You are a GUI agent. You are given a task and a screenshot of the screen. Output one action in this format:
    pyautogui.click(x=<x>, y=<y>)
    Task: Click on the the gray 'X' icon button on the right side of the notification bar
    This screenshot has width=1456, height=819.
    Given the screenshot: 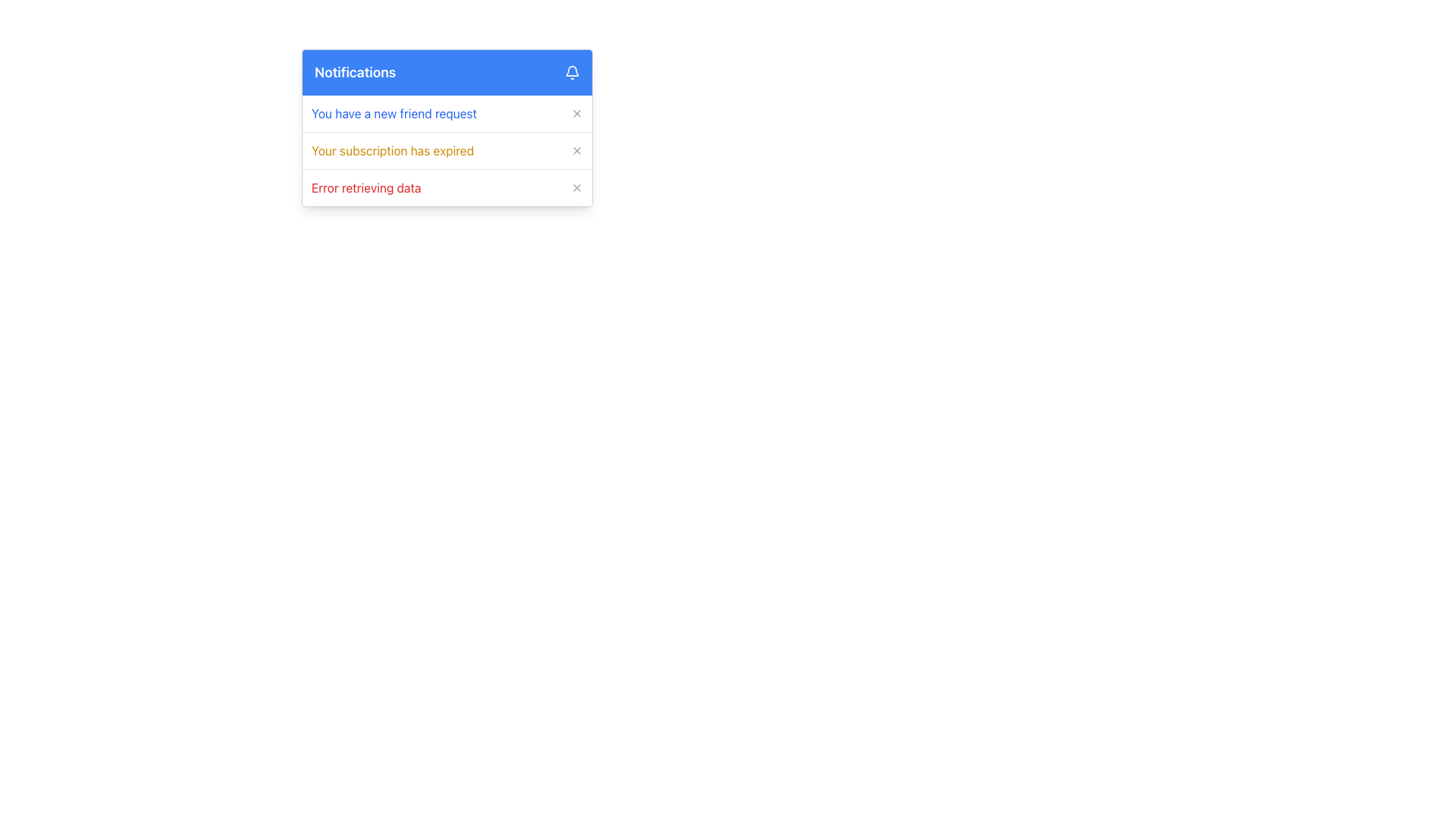 What is the action you would take?
    pyautogui.click(x=576, y=151)
    